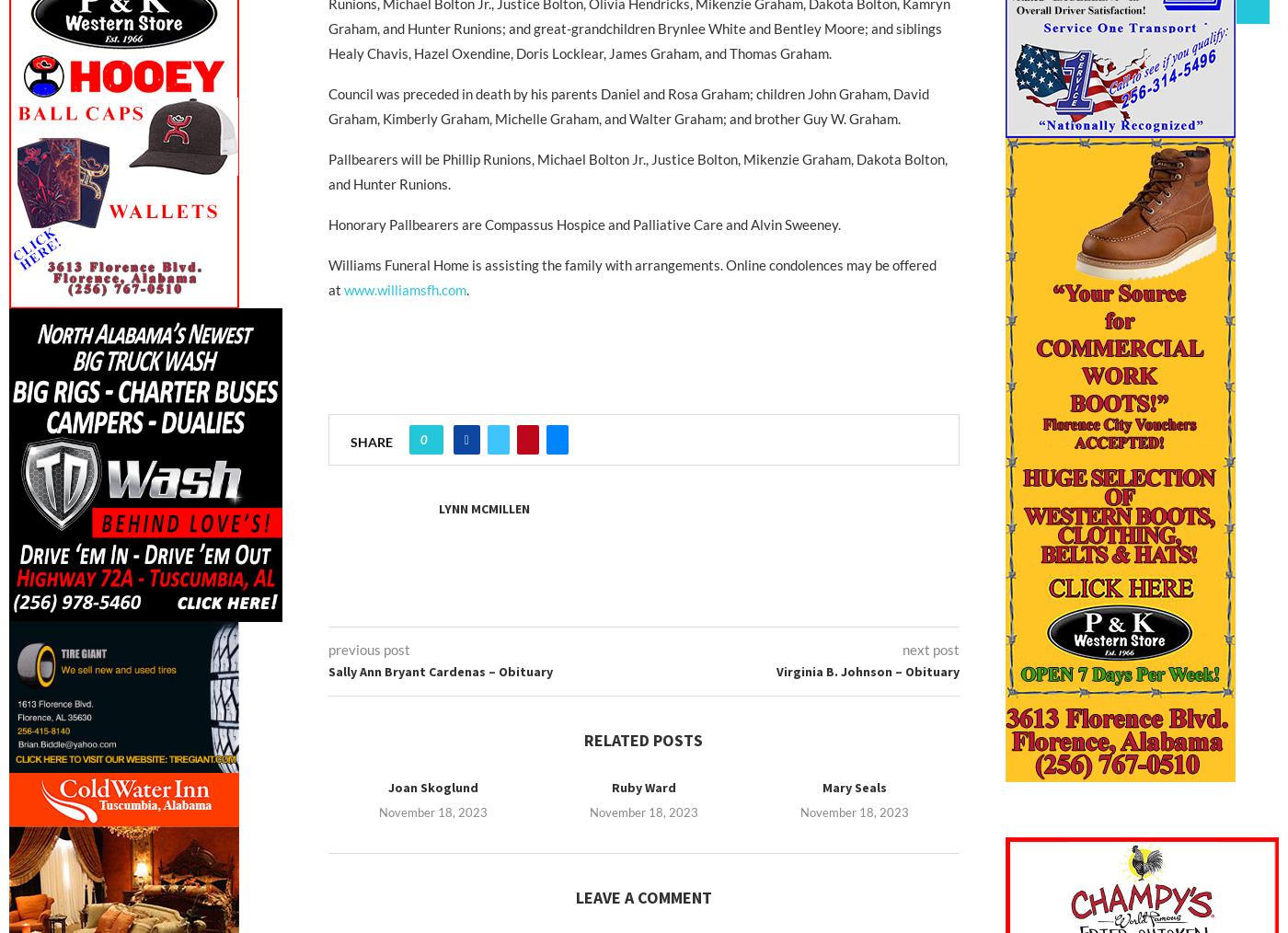  What do you see at coordinates (931, 649) in the screenshot?
I see `'next post'` at bounding box center [931, 649].